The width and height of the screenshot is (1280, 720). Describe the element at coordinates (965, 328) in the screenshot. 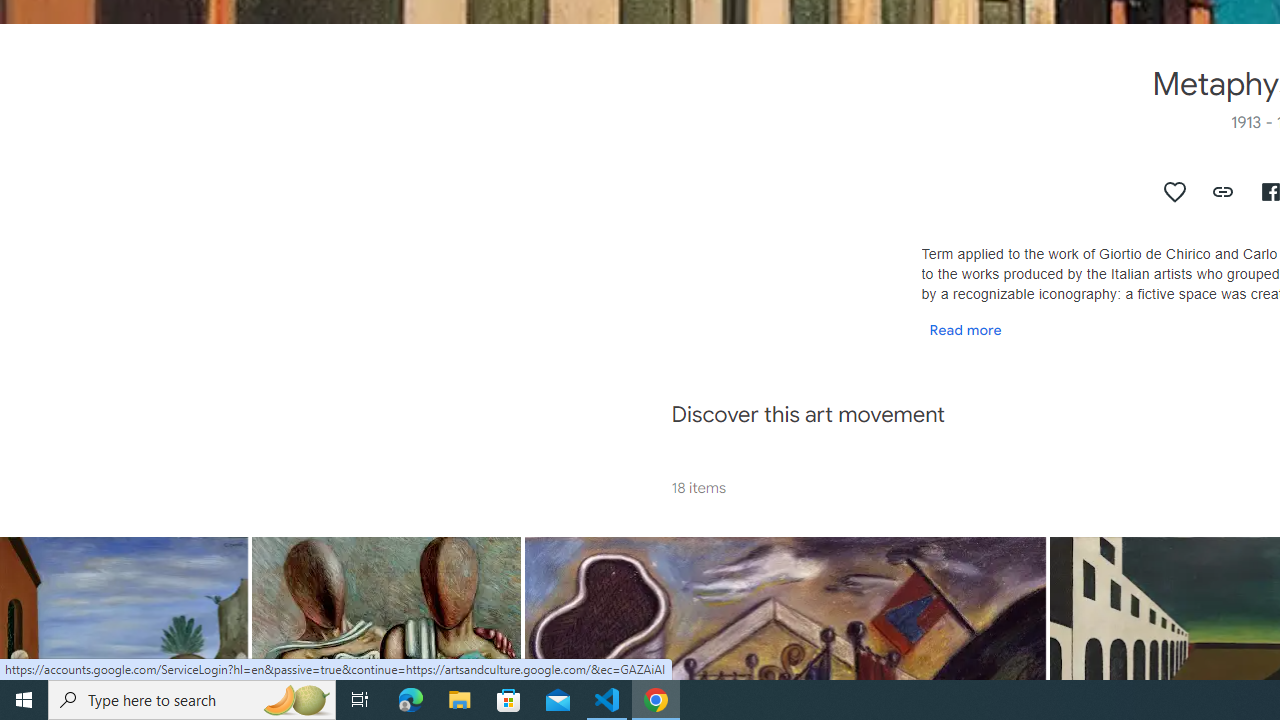

I see `'Read more'` at that location.